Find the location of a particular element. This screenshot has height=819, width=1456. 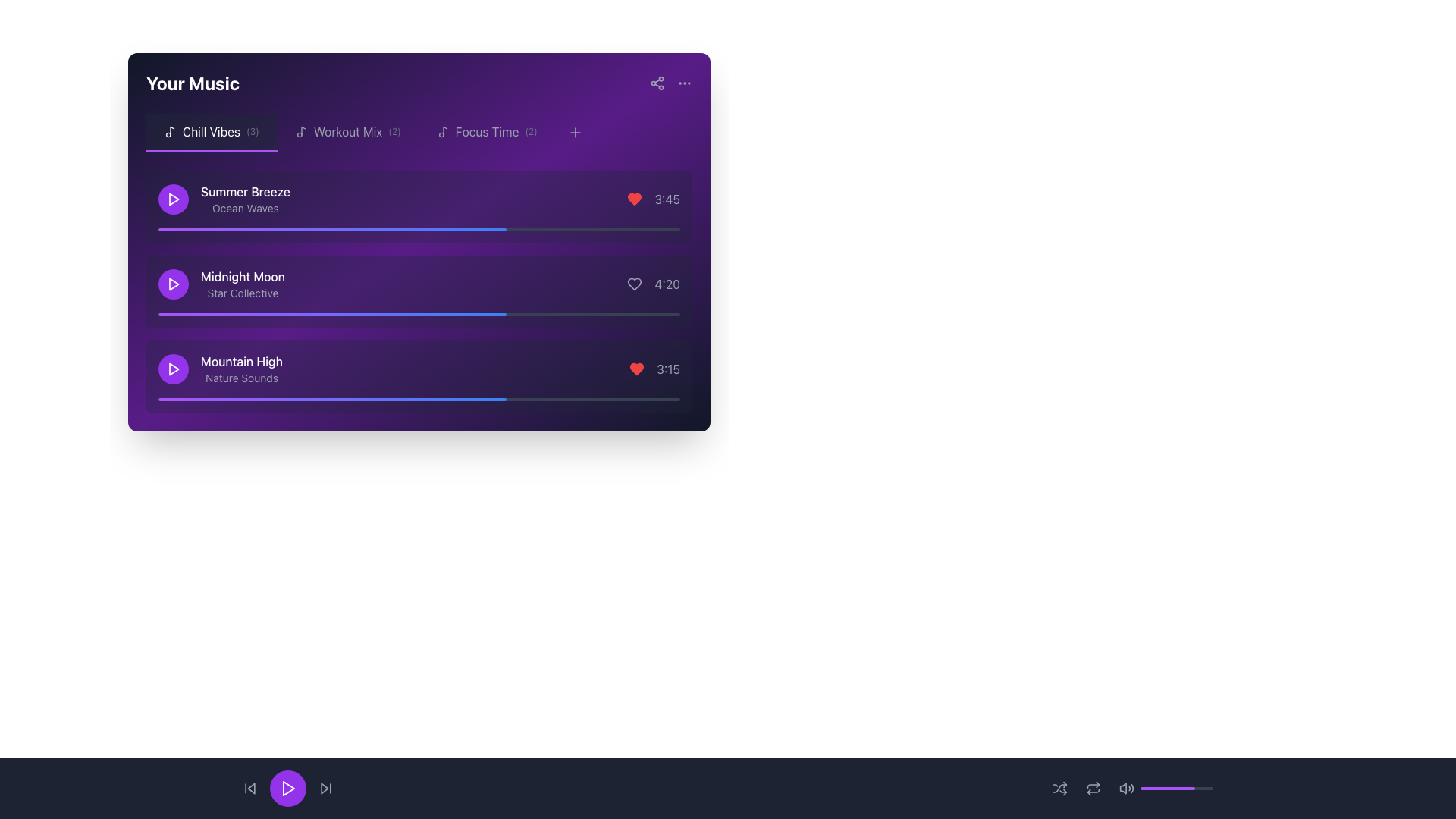

the red heart icon on the far-right side of the first song row is located at coordinates (635, 198).